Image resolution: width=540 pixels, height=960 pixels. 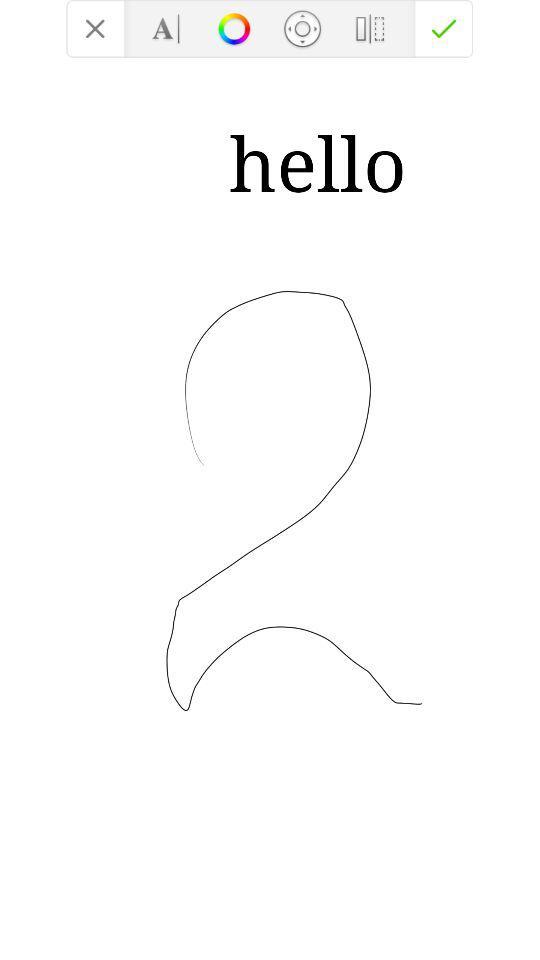 I want to click on expand image, so click(x=301, y=27).